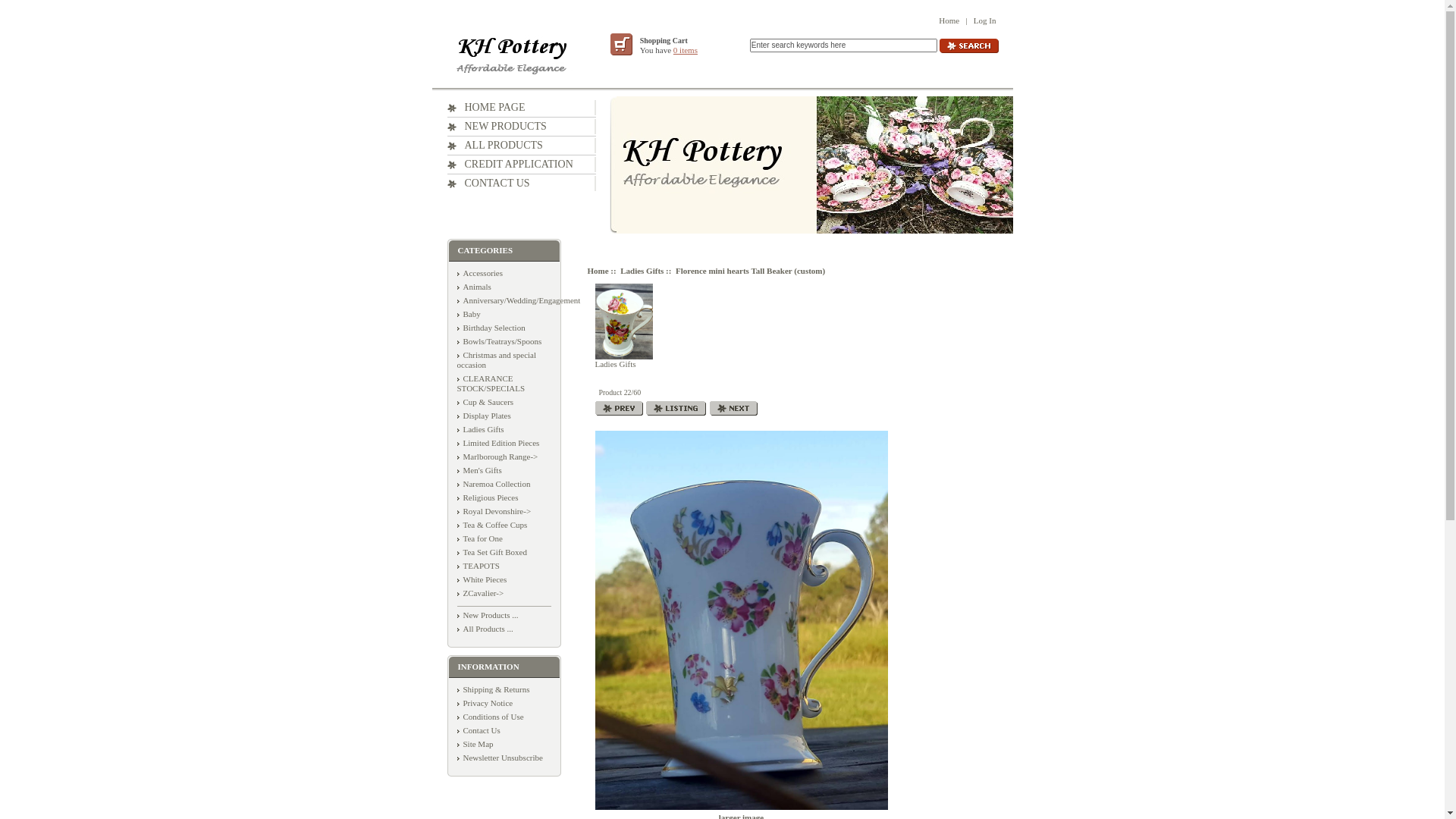  What do you see at coordinates (483, 629) in the screenshot?
I see `'All Products ...'` at bounding box center [483, 629].